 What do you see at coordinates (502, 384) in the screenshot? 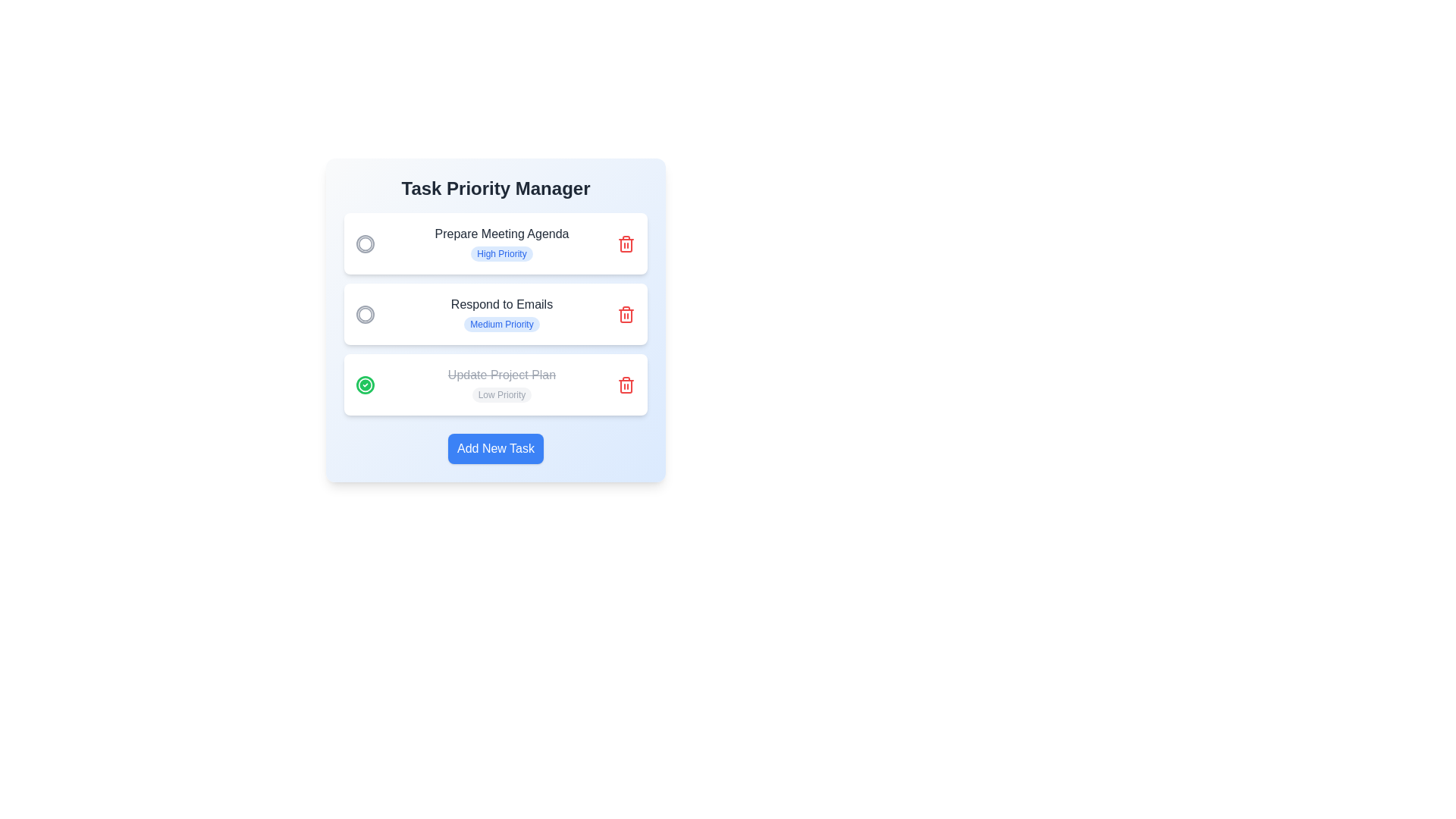
I see `the completed task entry in the task list that is visually represented with a strikethrough, located between 'Respond to Emails' and 'Add New Task' to associate it with other components` at bounding box center [502, 384].